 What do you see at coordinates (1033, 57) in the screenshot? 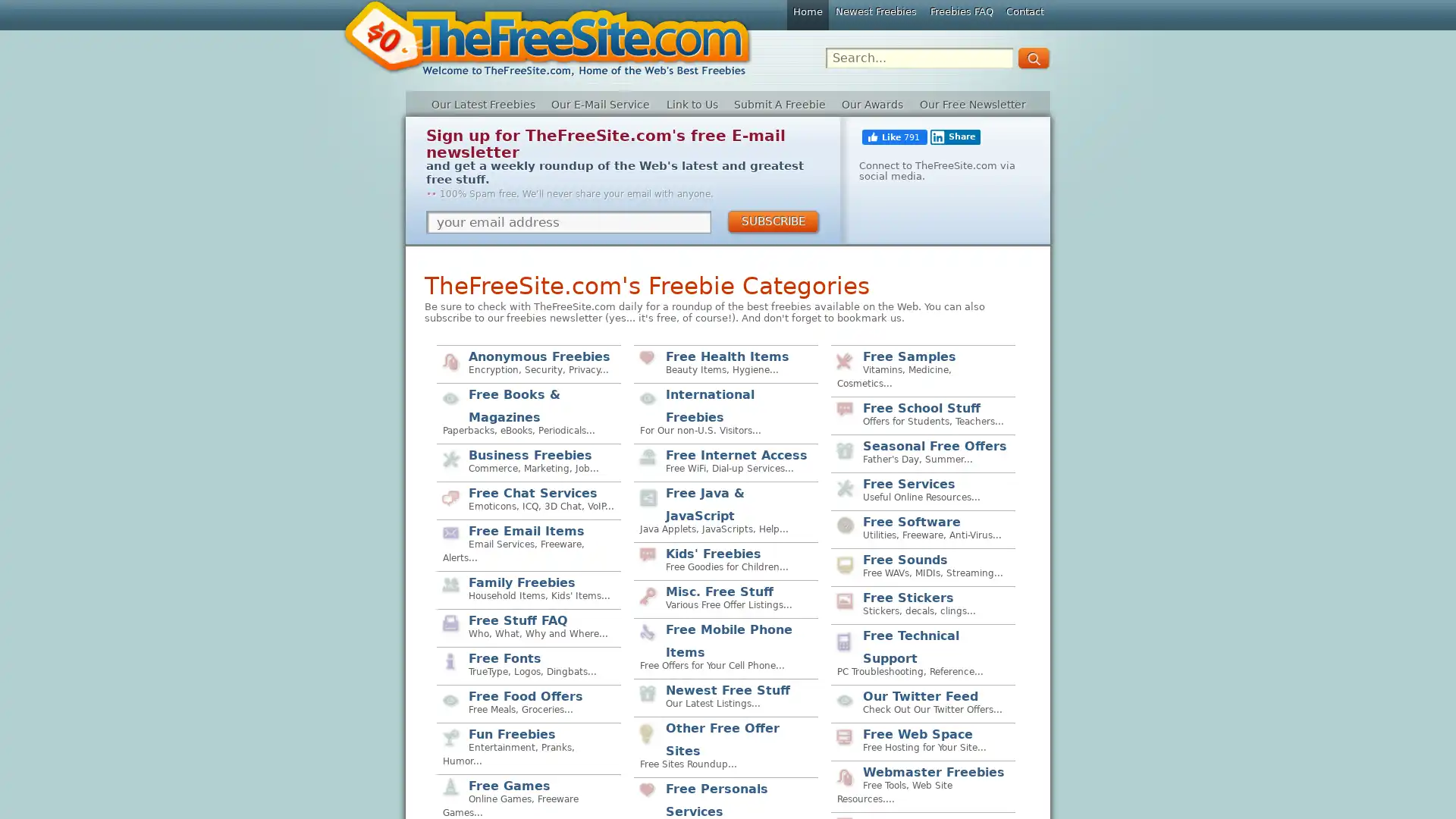
I see `GO` at bounding box center [1033, 57].